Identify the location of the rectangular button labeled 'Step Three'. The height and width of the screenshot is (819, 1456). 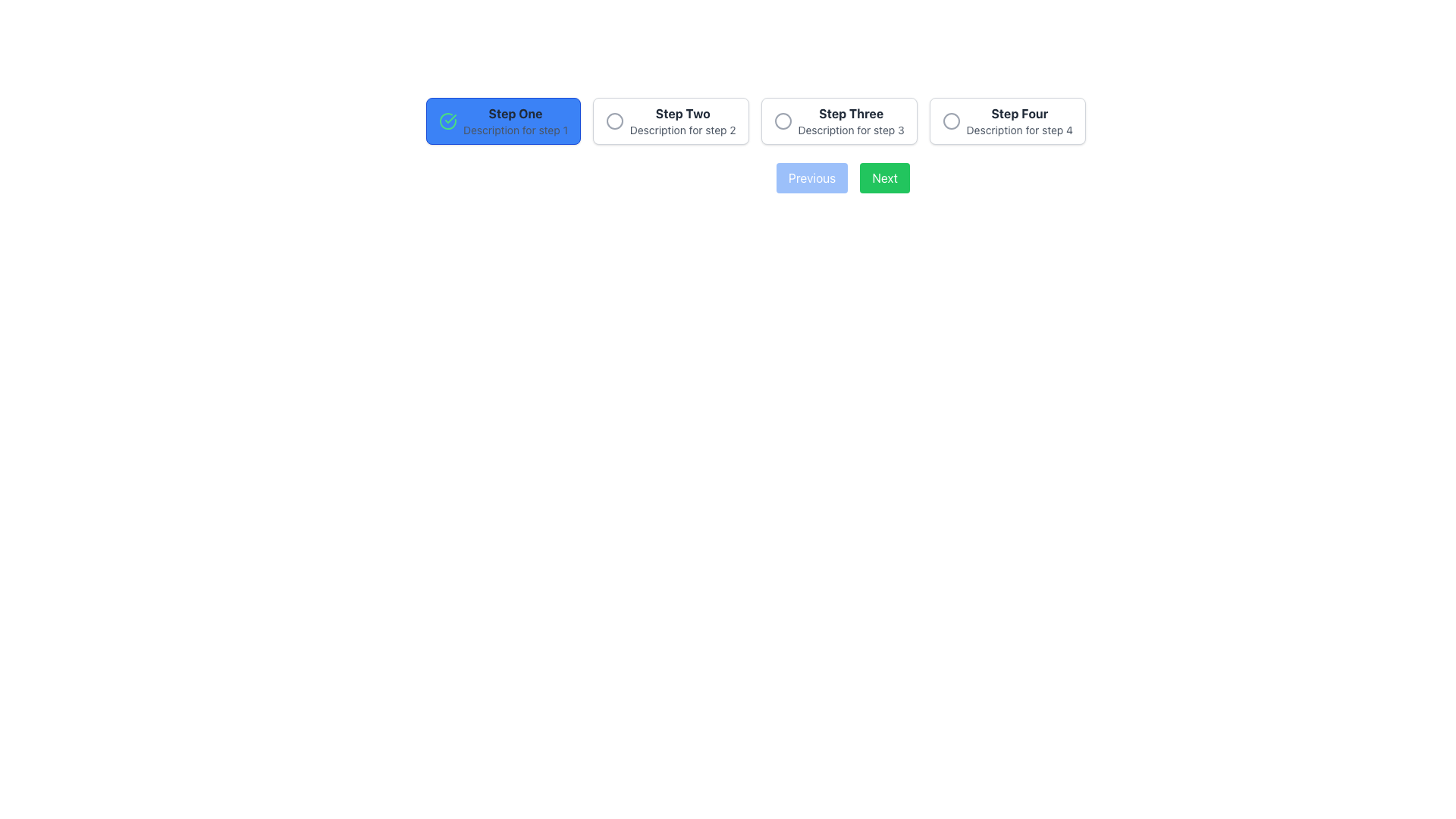
(838, 120).